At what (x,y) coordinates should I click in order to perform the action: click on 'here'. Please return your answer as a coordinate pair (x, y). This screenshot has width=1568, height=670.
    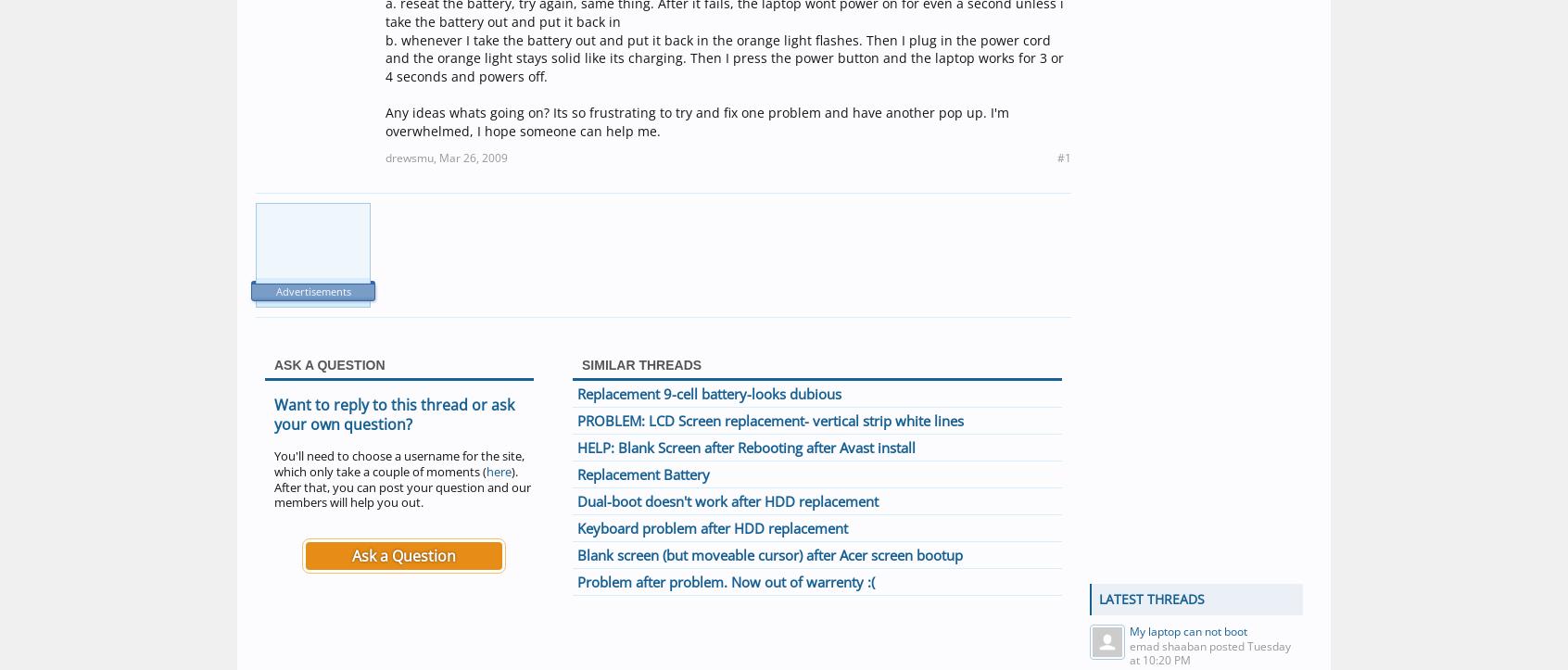
    Looking at the image, I should click on (499, 470).